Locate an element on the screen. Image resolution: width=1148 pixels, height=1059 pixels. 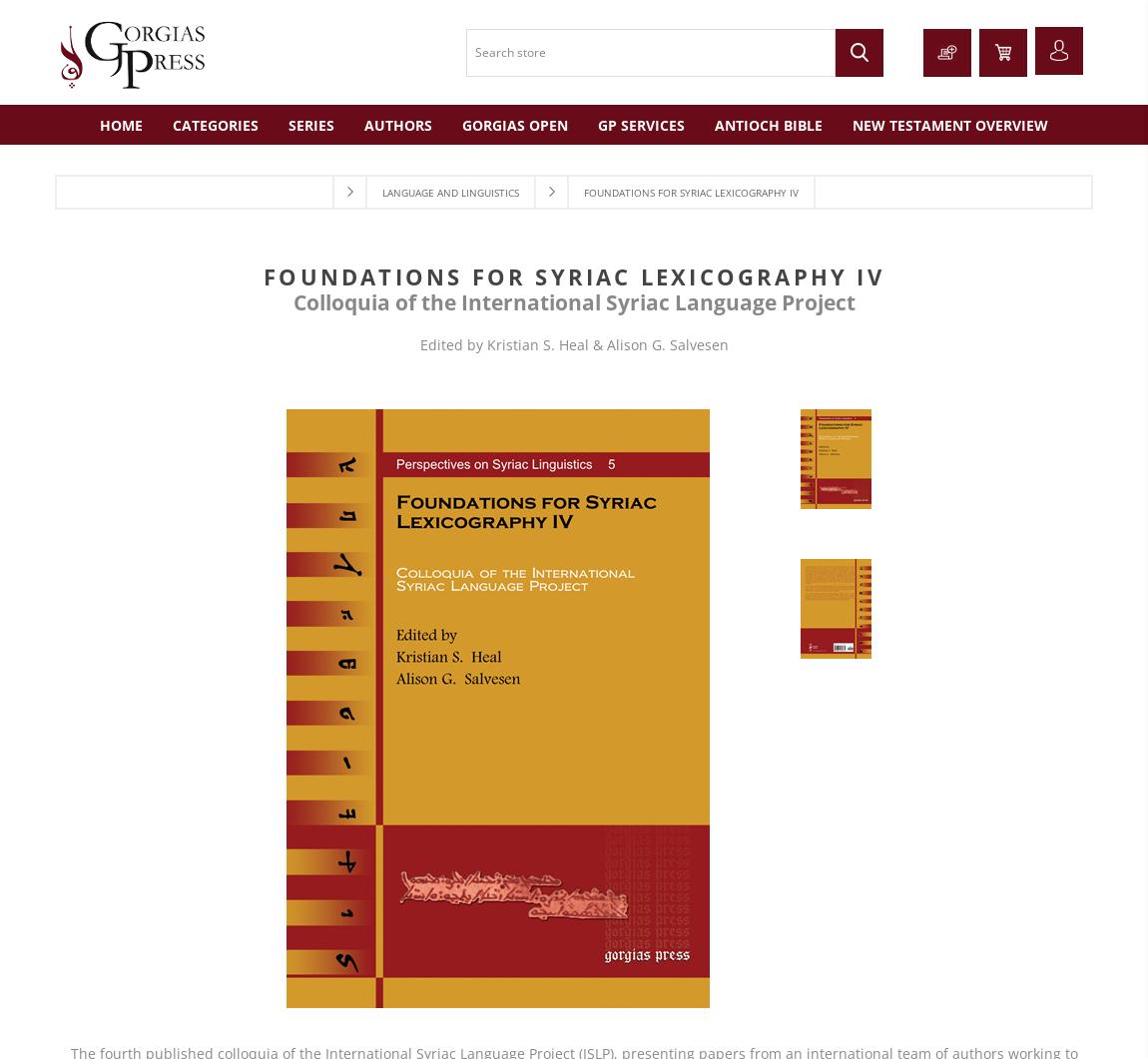
'New Testament Overview' is located at coordinates (949, 124).